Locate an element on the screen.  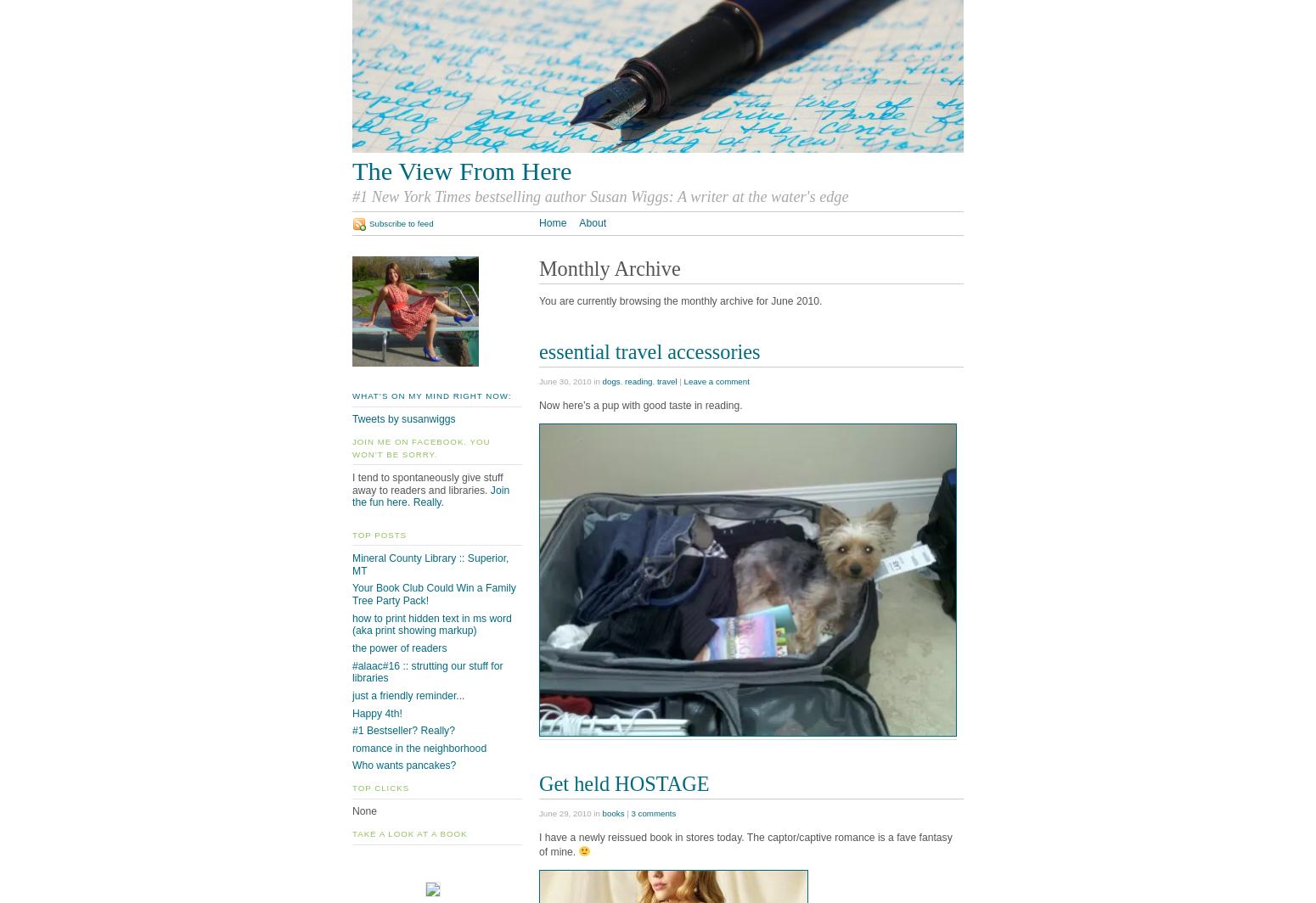
'just a friendly reminder...' is located at coordinates (407, 694).